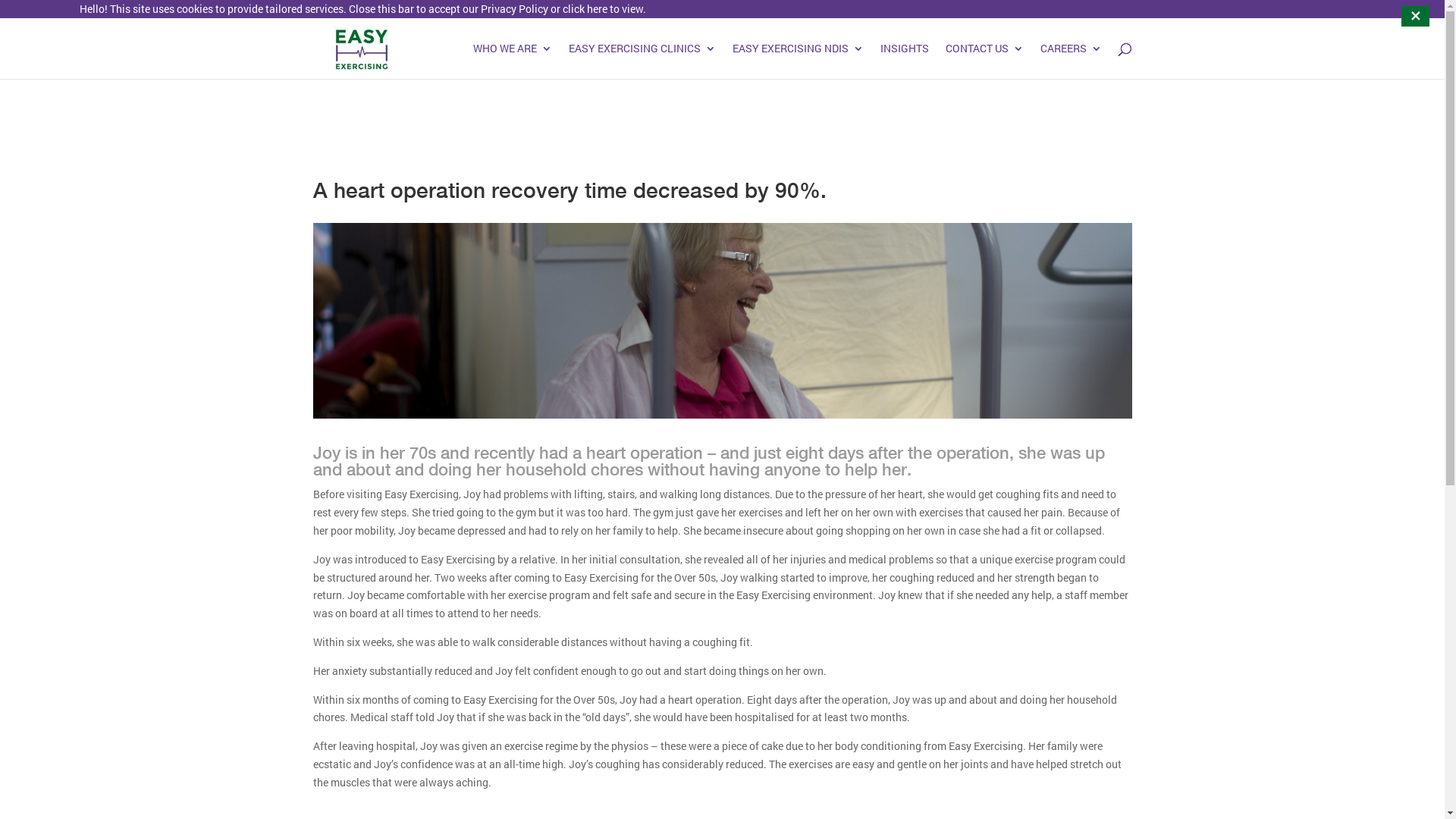  What do you see at coordinates (562, 8) in the screenshot?
I see `'click here'` at bounding box center [562, 8].